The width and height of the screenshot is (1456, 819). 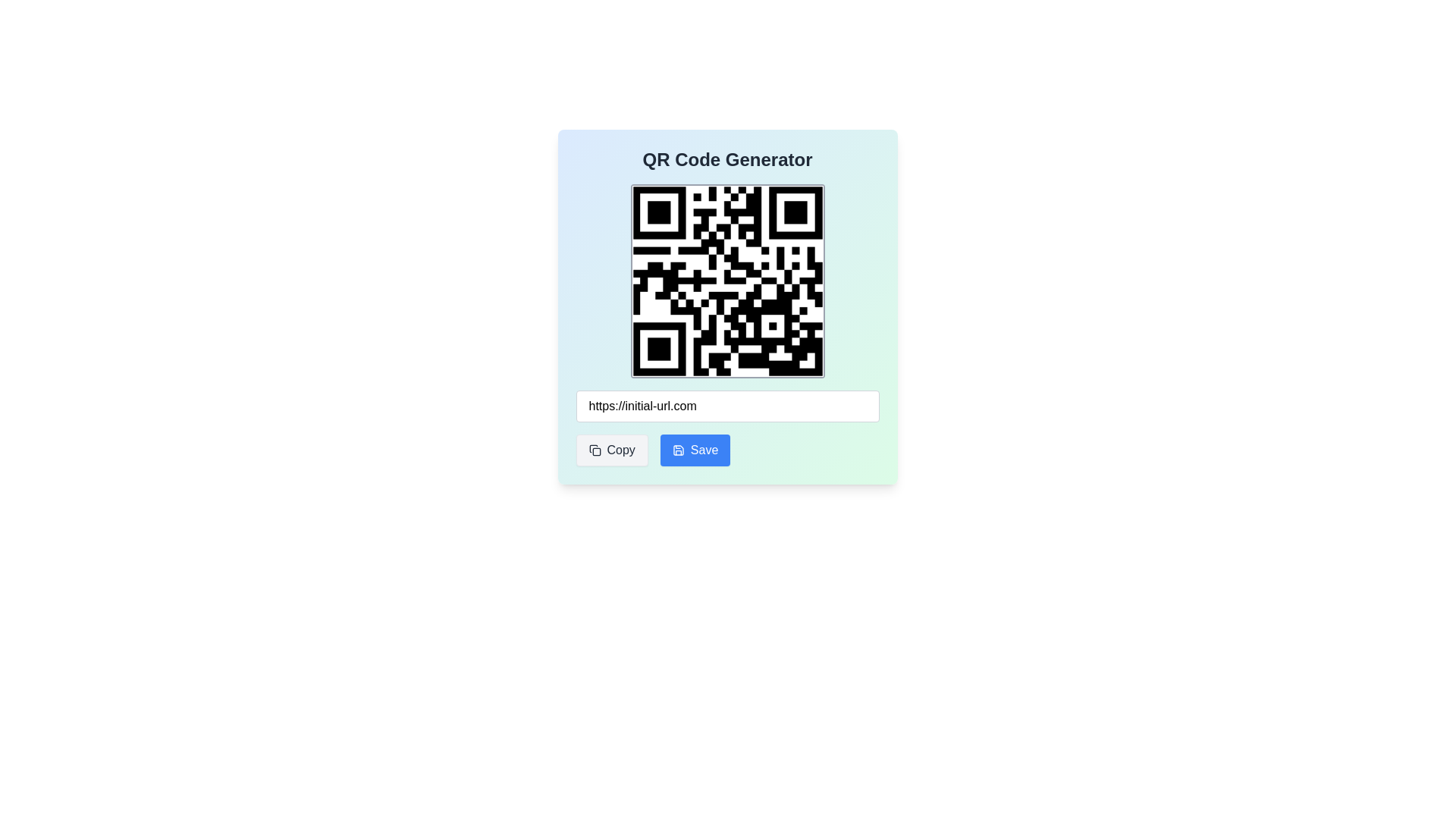 What do you see at coordinates (677, 450) in the screenshot?
I see `the save action icon located on the left side of the 'Save' button in the QR code generator interface` at bounding box center [677, 450].